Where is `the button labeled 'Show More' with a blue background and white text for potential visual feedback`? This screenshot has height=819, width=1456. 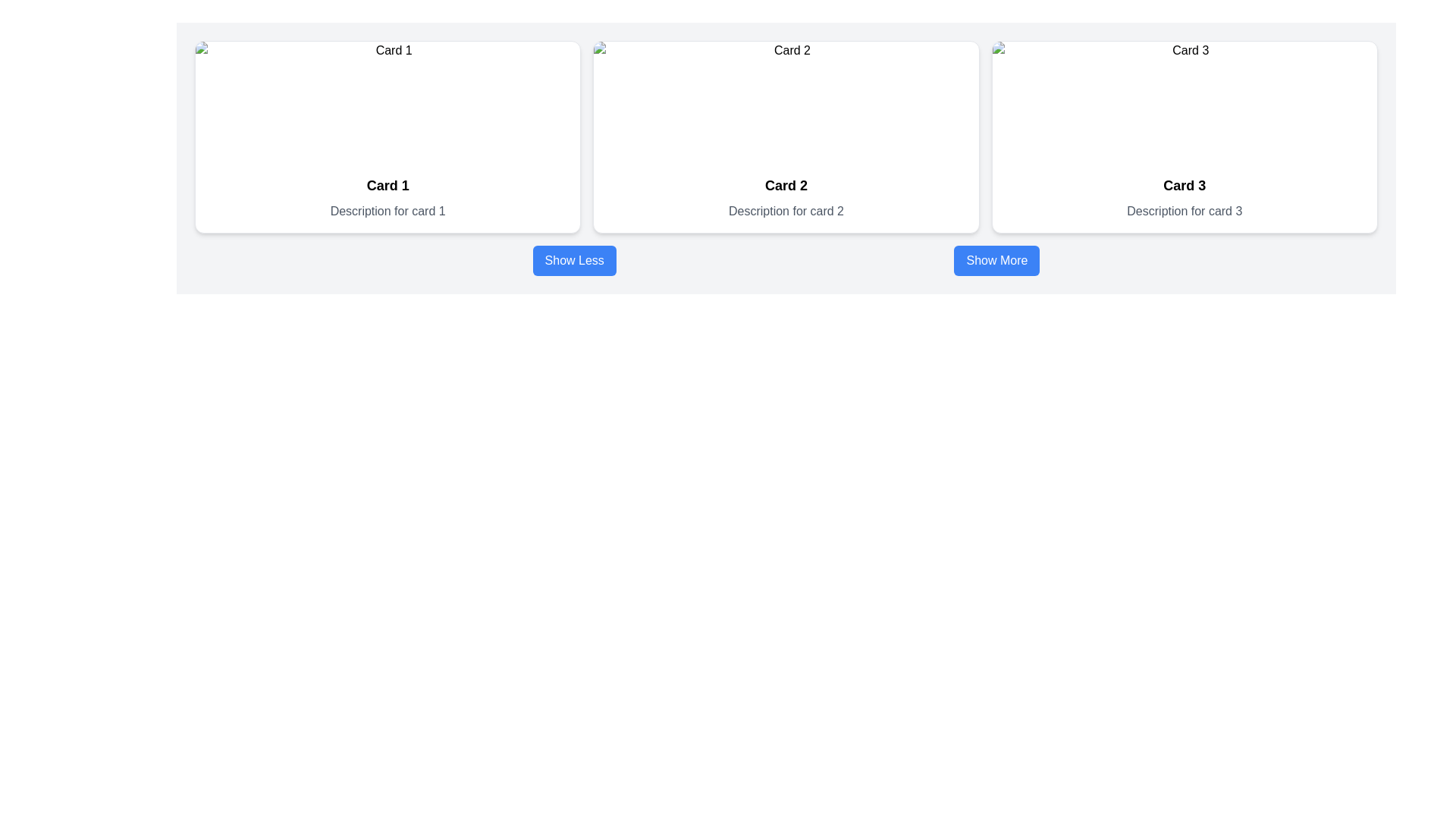 the button labeled 'Show More' with a blue background and white text for potential visual feedback is located at coordinates (996, 259).